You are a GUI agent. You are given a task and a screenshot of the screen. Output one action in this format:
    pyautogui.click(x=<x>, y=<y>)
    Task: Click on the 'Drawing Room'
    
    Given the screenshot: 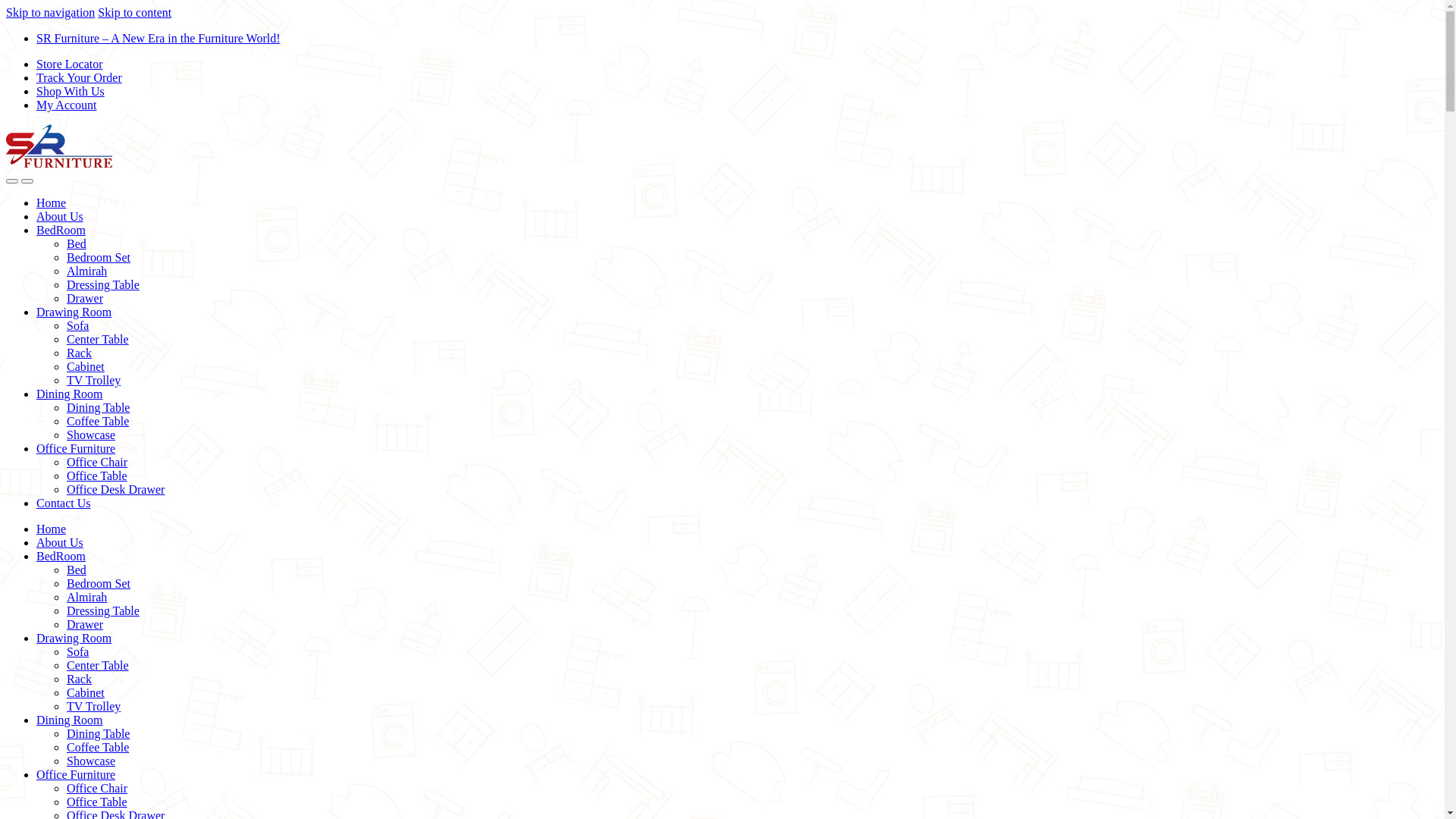 What is the action you would take?
    pyautogui.click(x=73, y=638)
    